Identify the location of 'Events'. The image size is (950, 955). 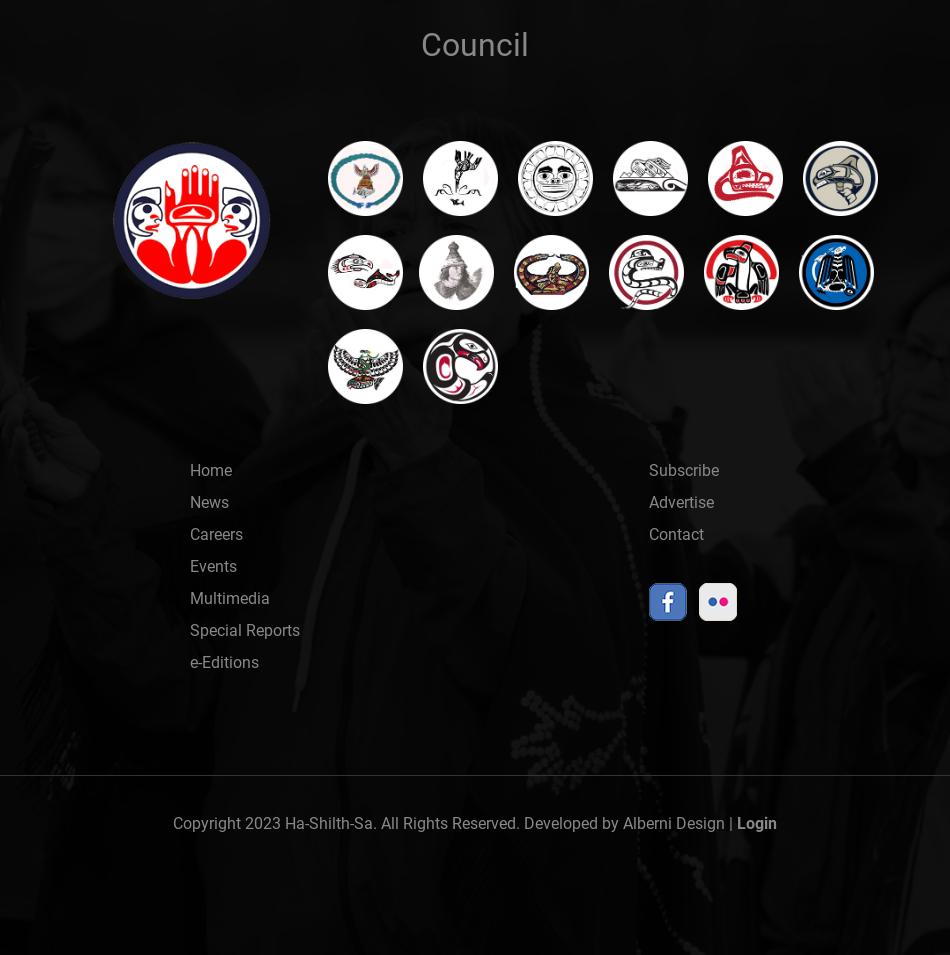
(212, 566).